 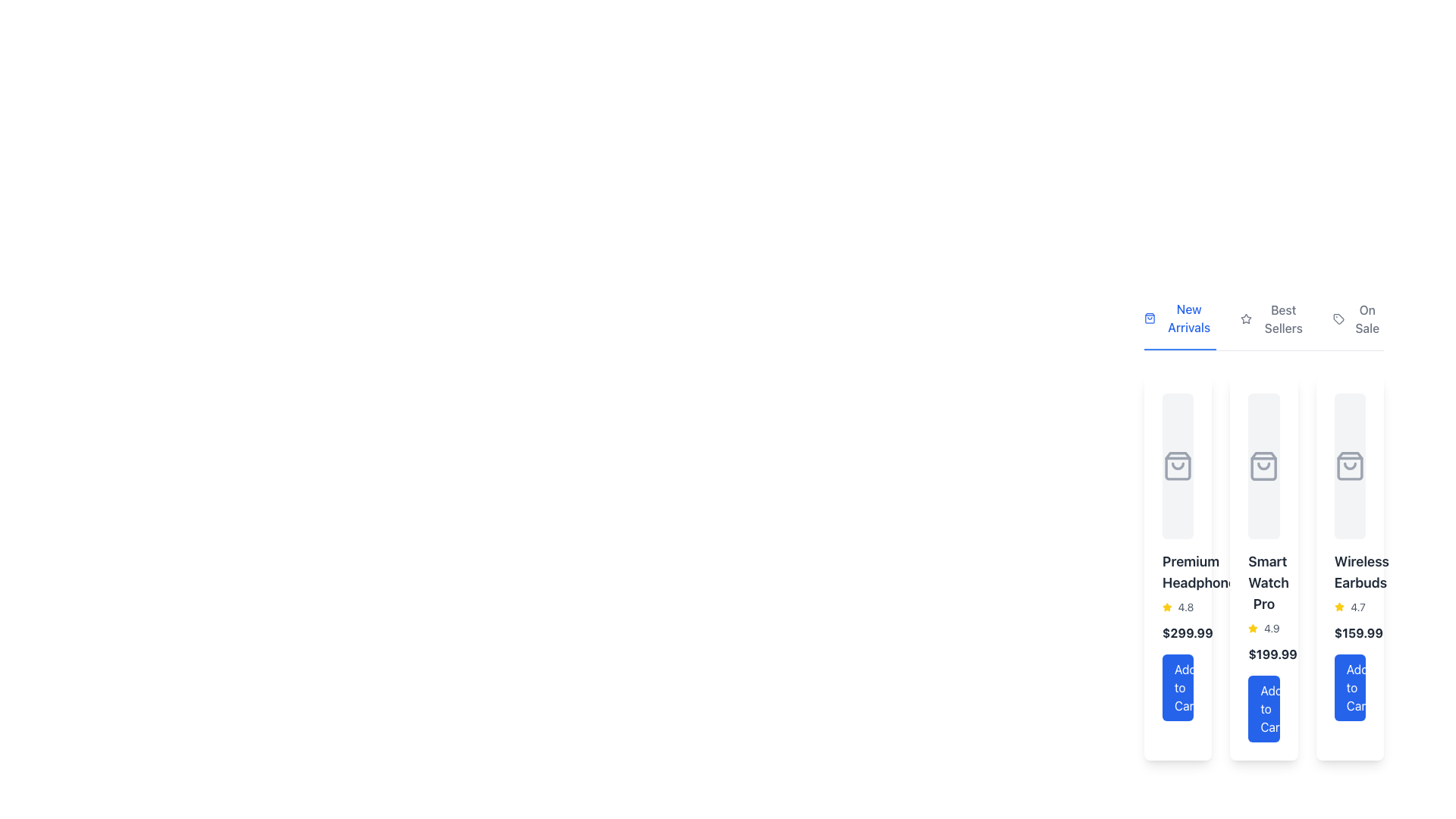 What do you see at coordinates (1350, 465) in the screenshot?
I see `the shopping bag icon located in the third product card under the 'New Arrivals' section` at bounding box center [1350, 465].